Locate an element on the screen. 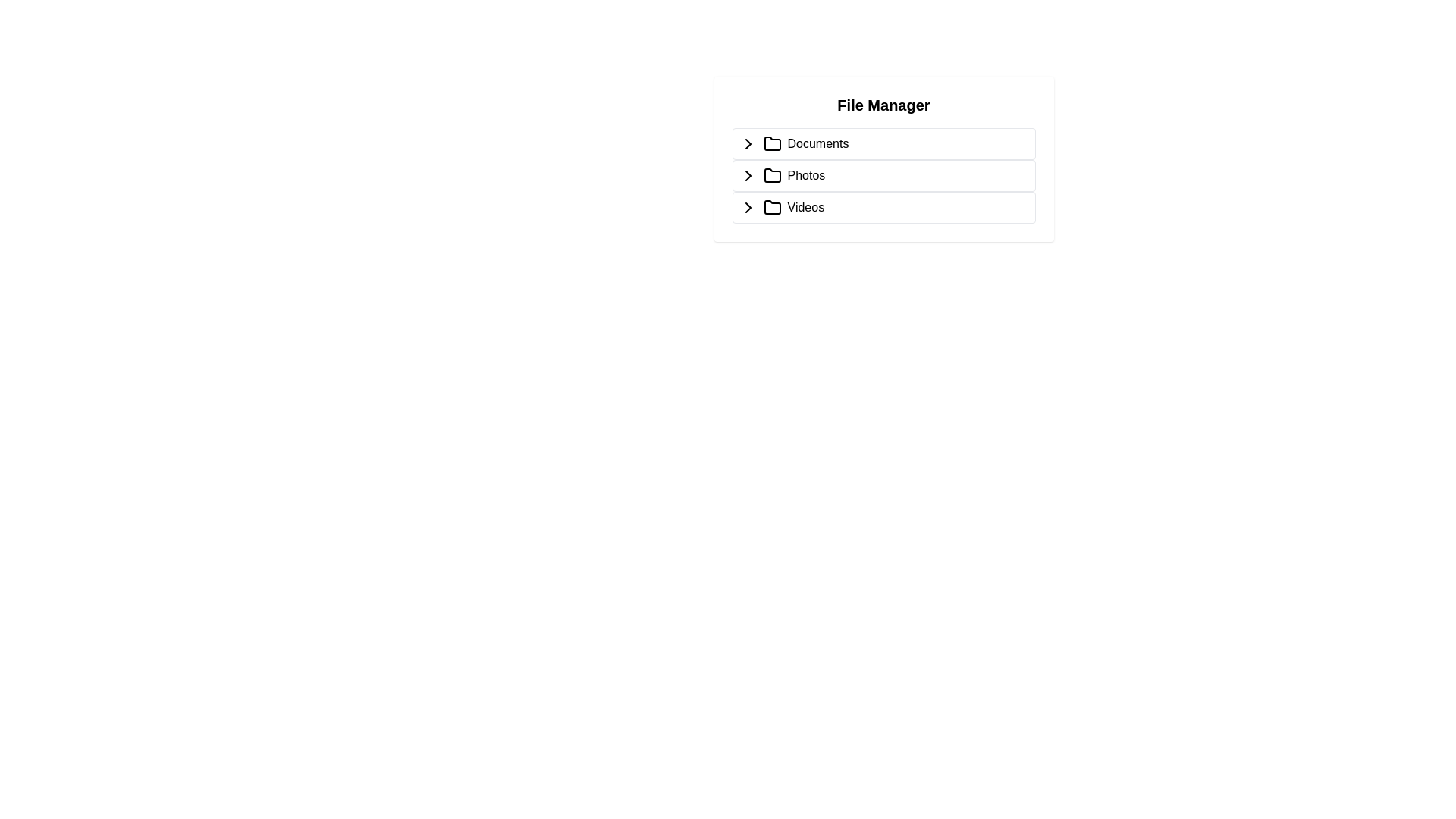 Image resolution: width=1456 pixels, height=819 pixels. the 'Documents' folder label in the 'File Manager' list interface, which is located to the right of the folder icon and the chevron icon is located at coordinates (817, 143).